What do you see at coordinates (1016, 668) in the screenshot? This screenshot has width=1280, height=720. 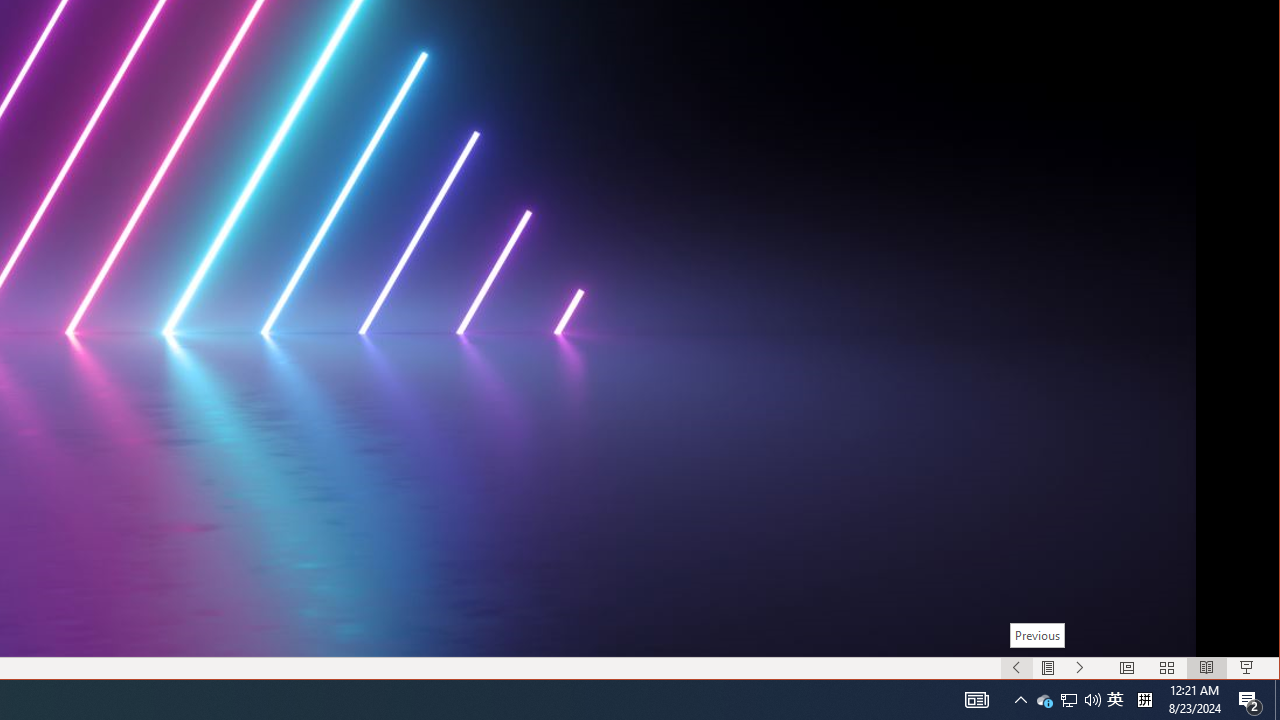 I see `'Slide Show Previous On'` at bounding box center [1016, 668].